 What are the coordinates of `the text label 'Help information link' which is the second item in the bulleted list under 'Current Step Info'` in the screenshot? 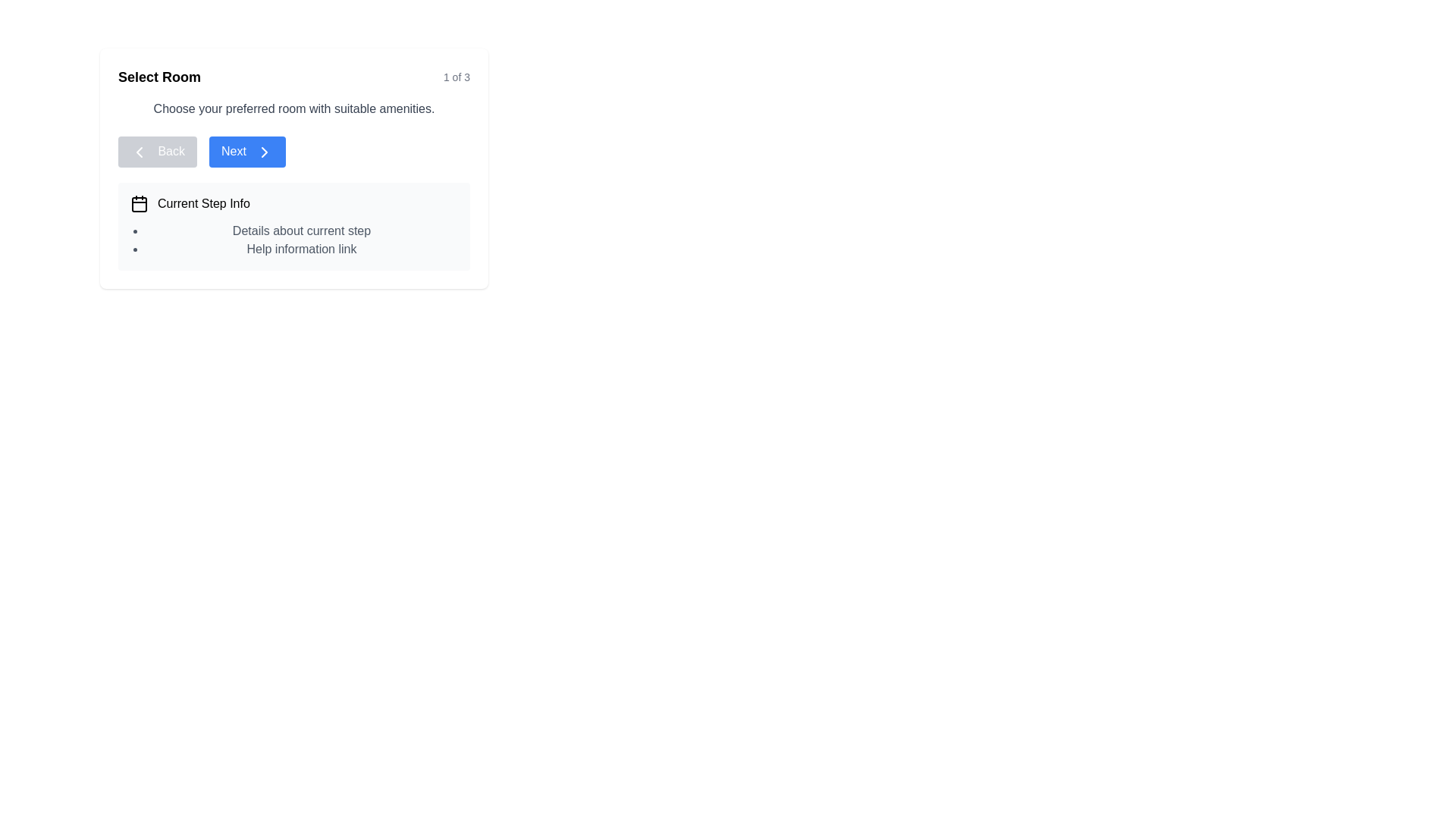 It's located at (302, 247).